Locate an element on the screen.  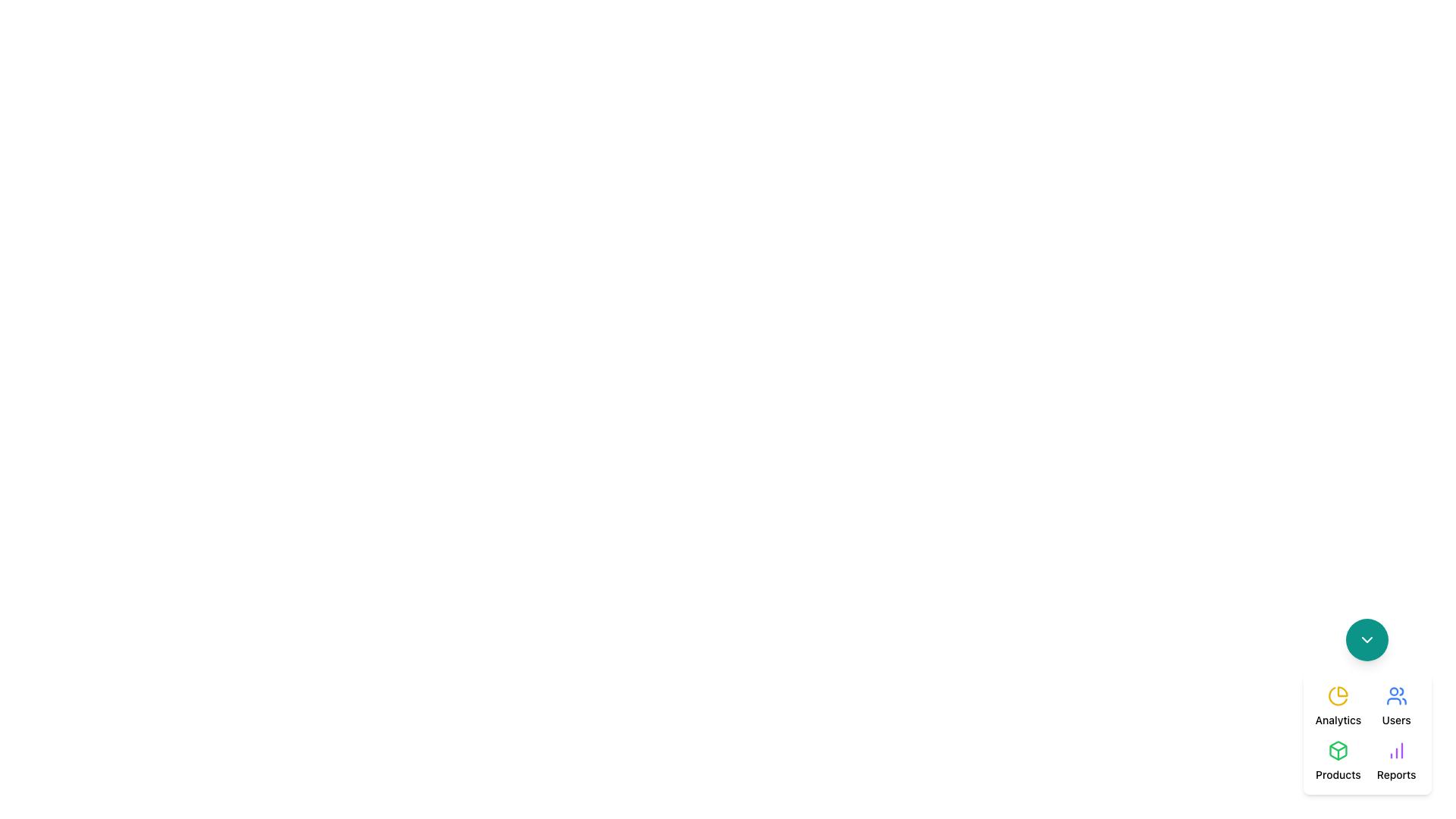
the 'Analytics' button, which is represented by a yellow pie-chart icon and the text 'Analytics' arranged vertically is located at coordinates (1338, 707).